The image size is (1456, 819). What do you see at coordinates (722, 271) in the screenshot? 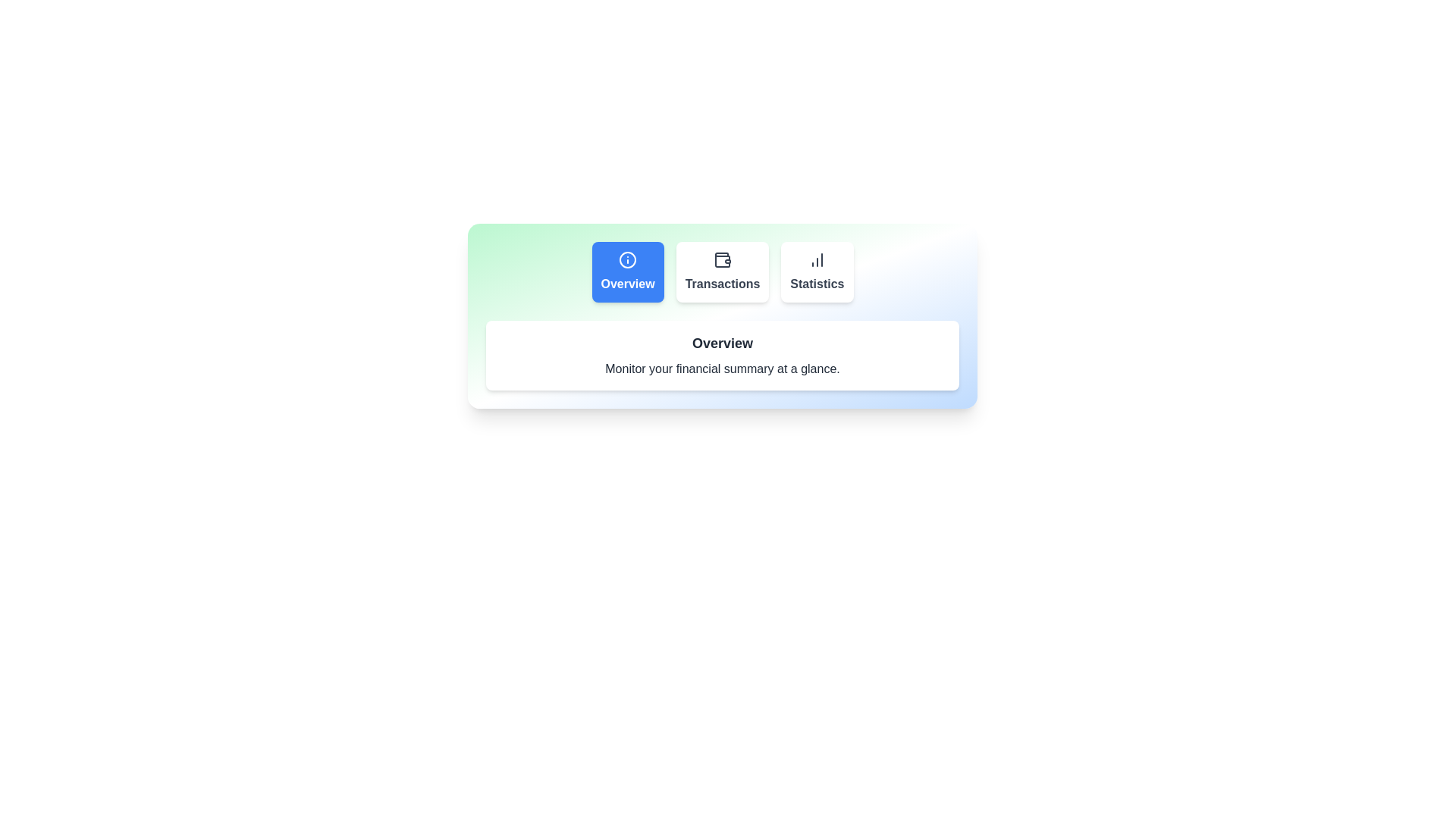
I see `the Transactions tab to explore its content` at bounding box center [722, 271].